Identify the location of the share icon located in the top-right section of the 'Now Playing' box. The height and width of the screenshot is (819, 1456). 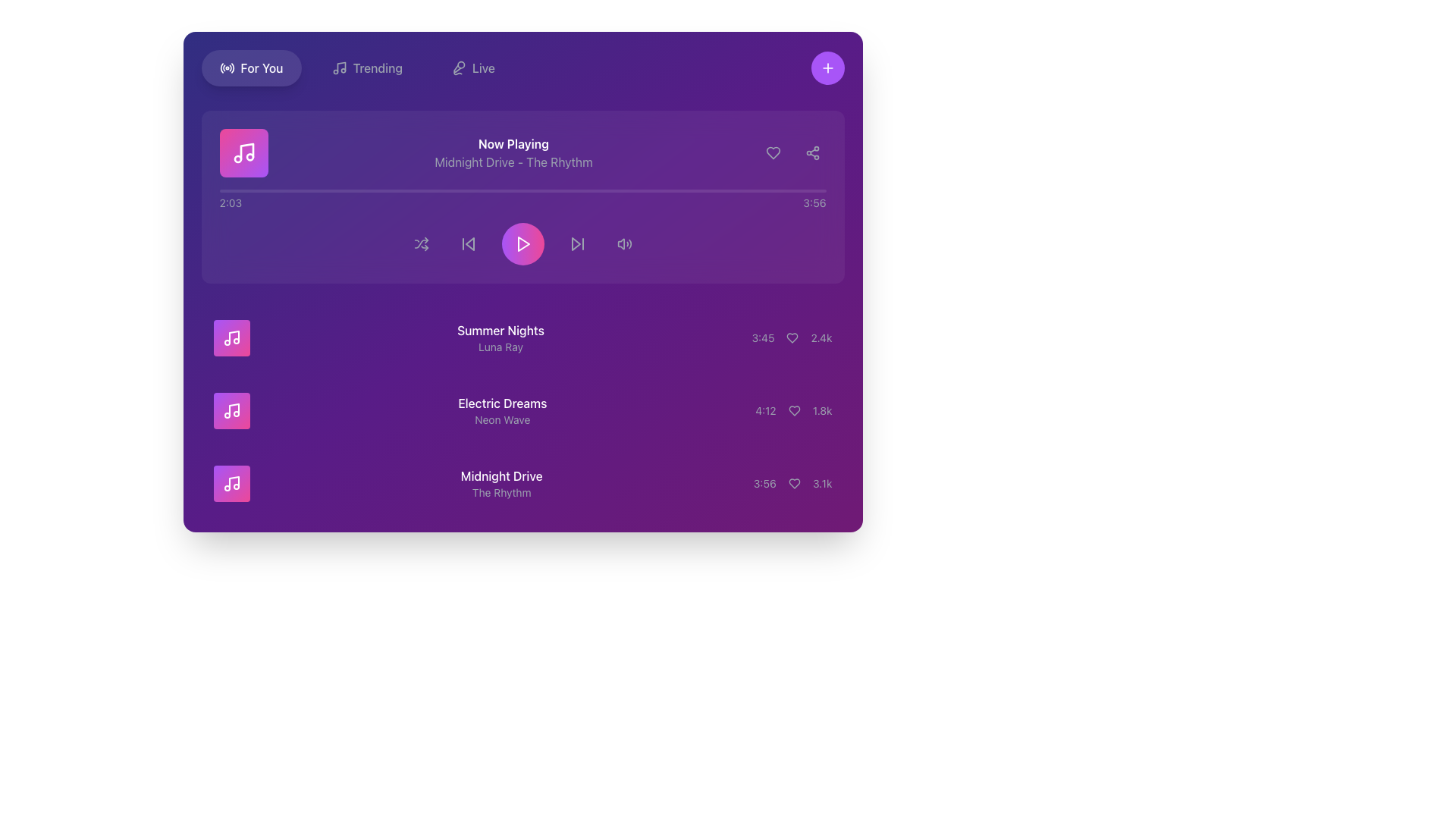
(811, 152).